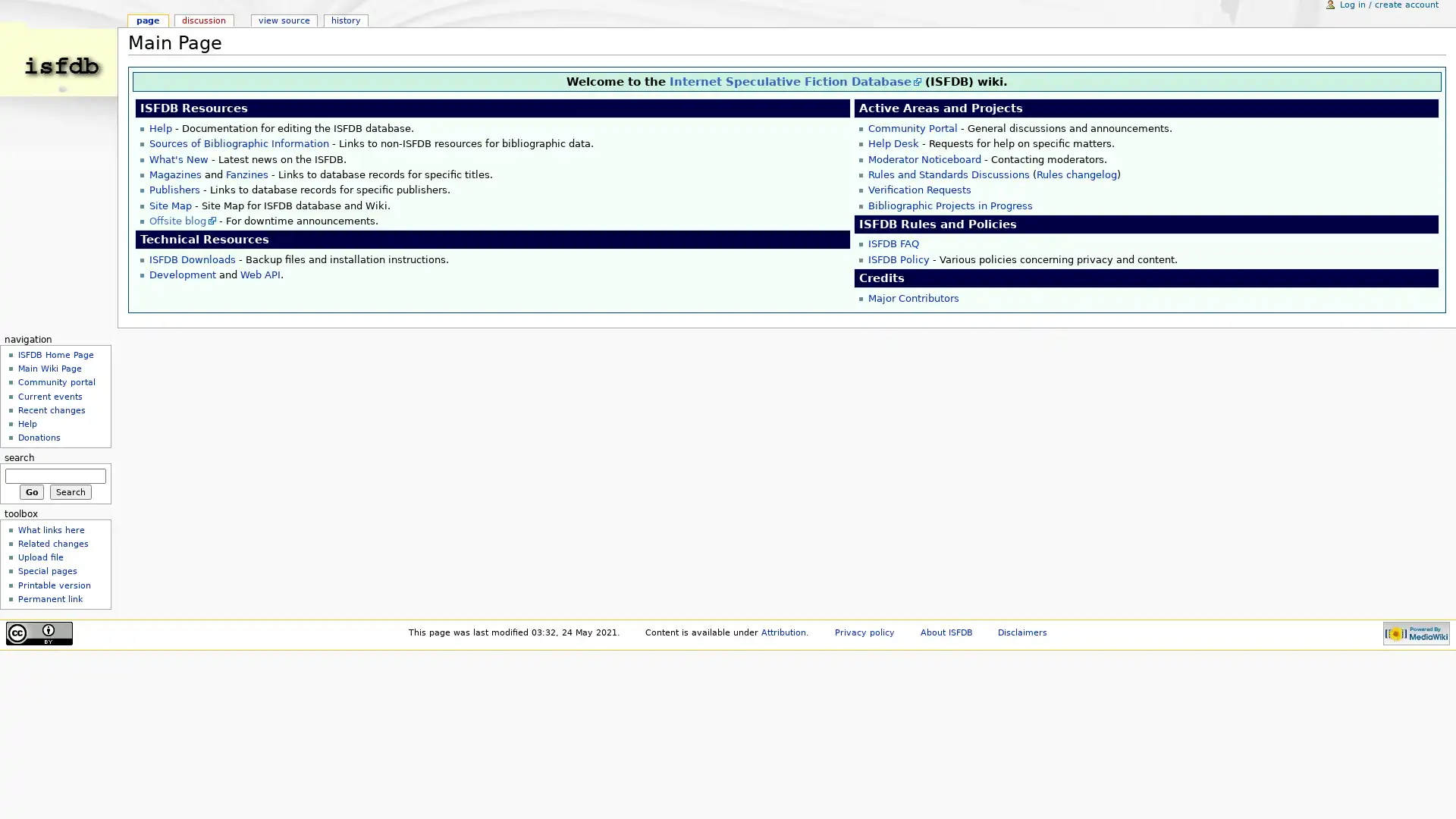 This screenshot has width=1456, height=819. What do you see at coordinates (70, 491) in the screenshot?
I see `Search` at bounding box center [70, 491].